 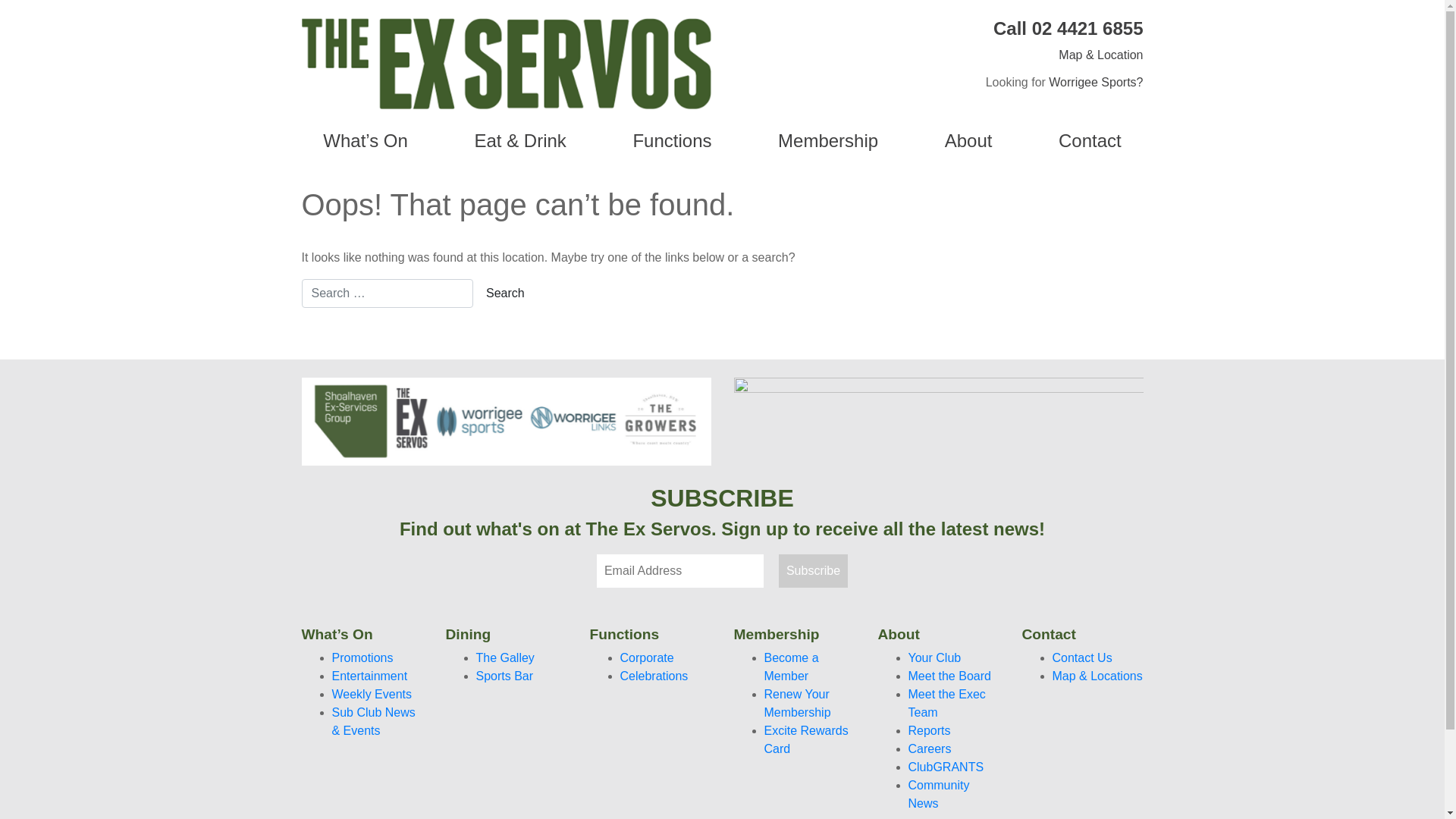 What do you see at coordinates (1051, 657) in the screenshot?
I see `'Contact Us'` at bounding box center [1051, 657].